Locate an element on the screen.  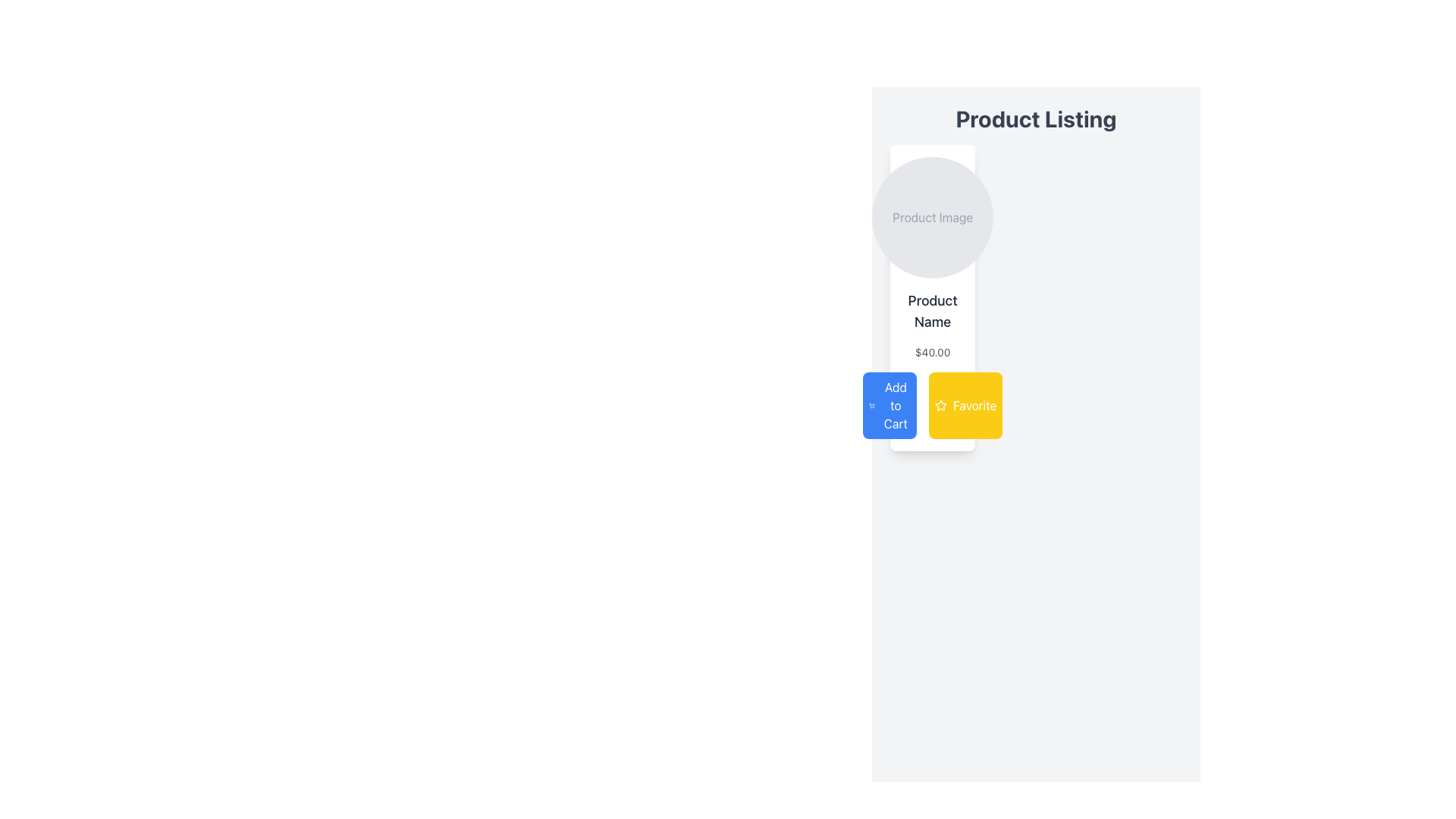
the favorite icon located in the bottom-right corner of the product listing card is located at coordinates (940, 404).